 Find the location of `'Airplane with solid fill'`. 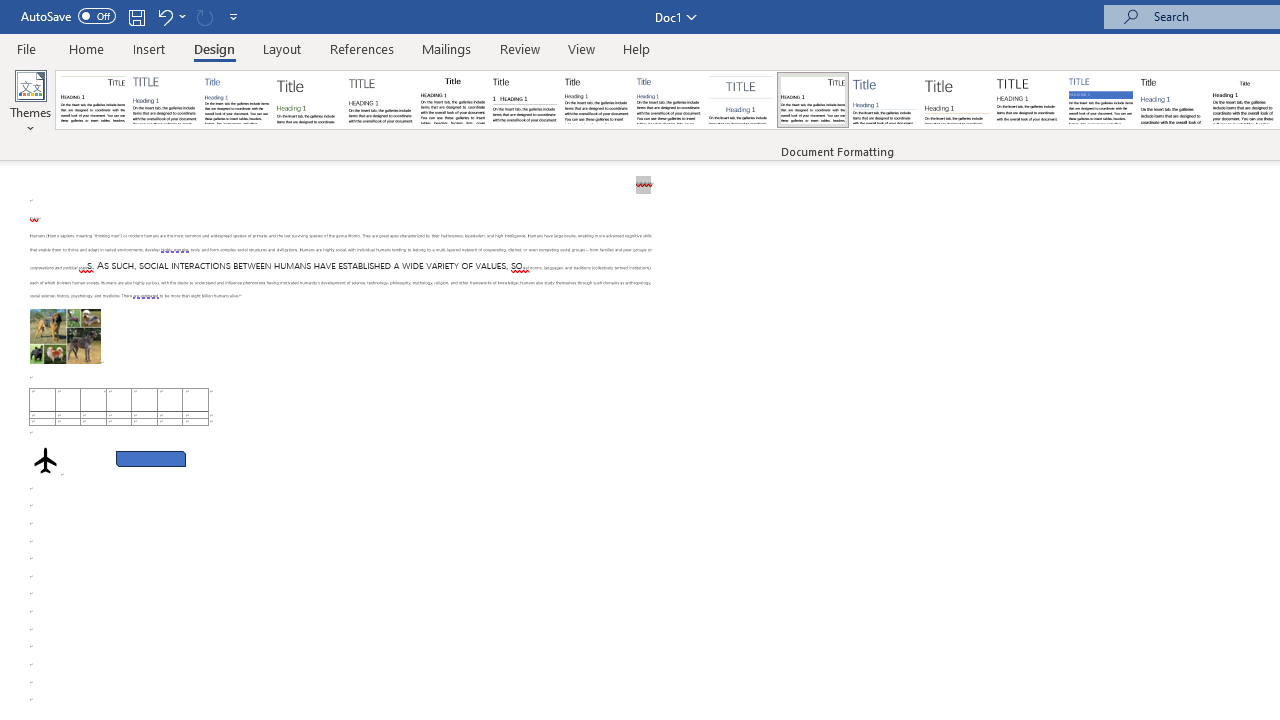

'Airplane with solid fill' is located at coordinates (45, 460).